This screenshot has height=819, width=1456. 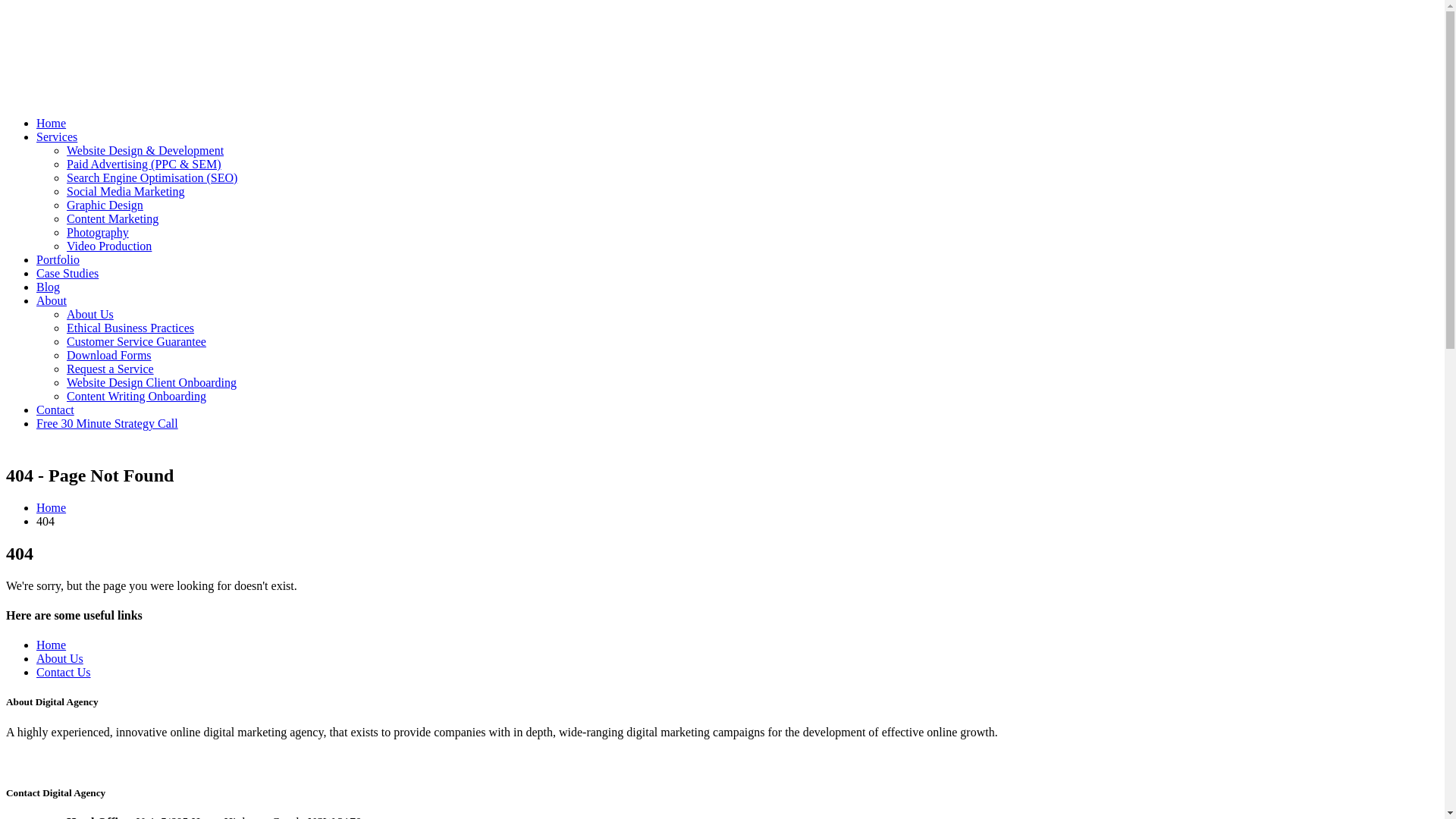 I want to click on 'Video Production', so click(x=108, y=245).